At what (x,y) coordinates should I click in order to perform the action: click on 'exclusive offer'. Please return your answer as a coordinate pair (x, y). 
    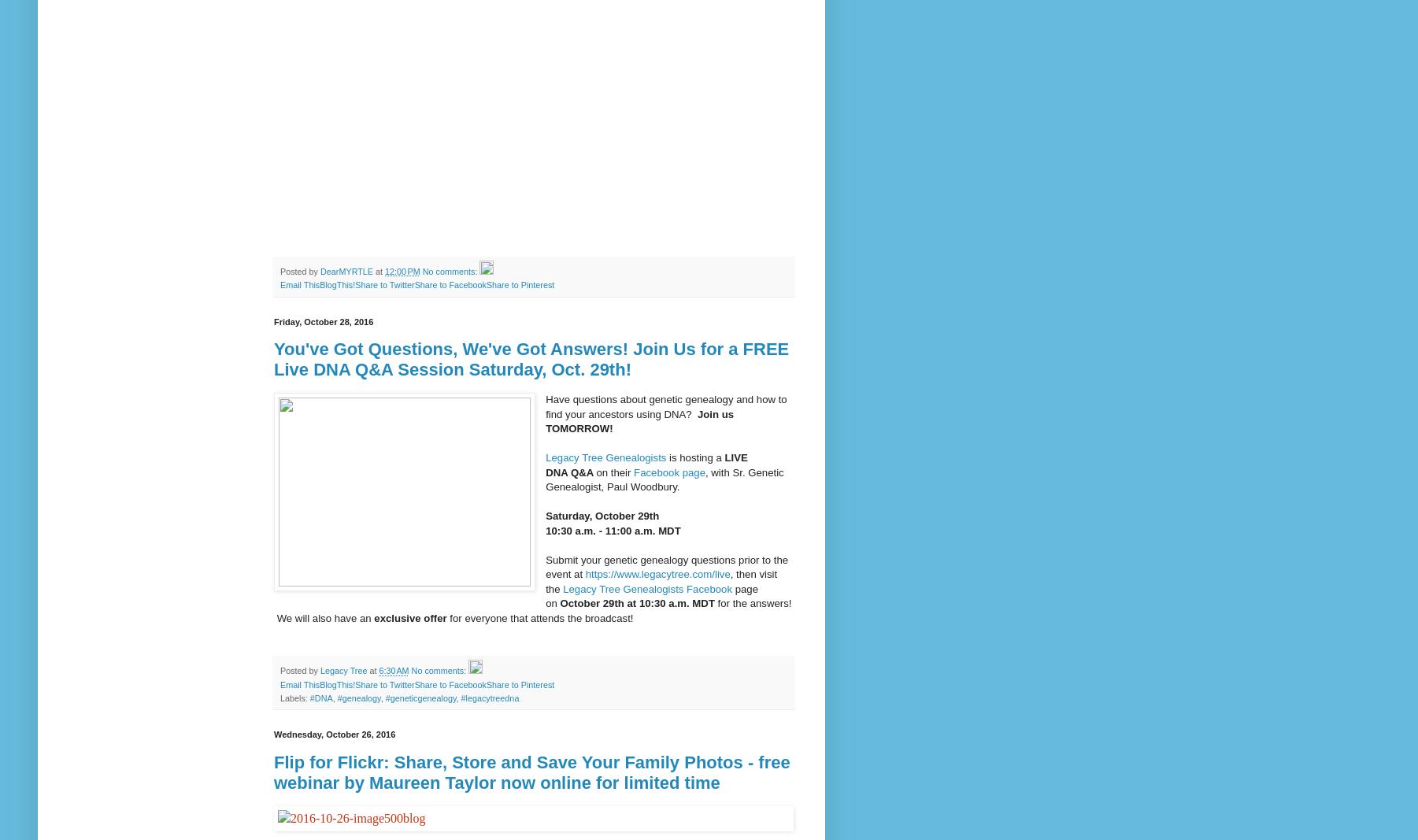
    Looking at the image, I should click on (412, 616).